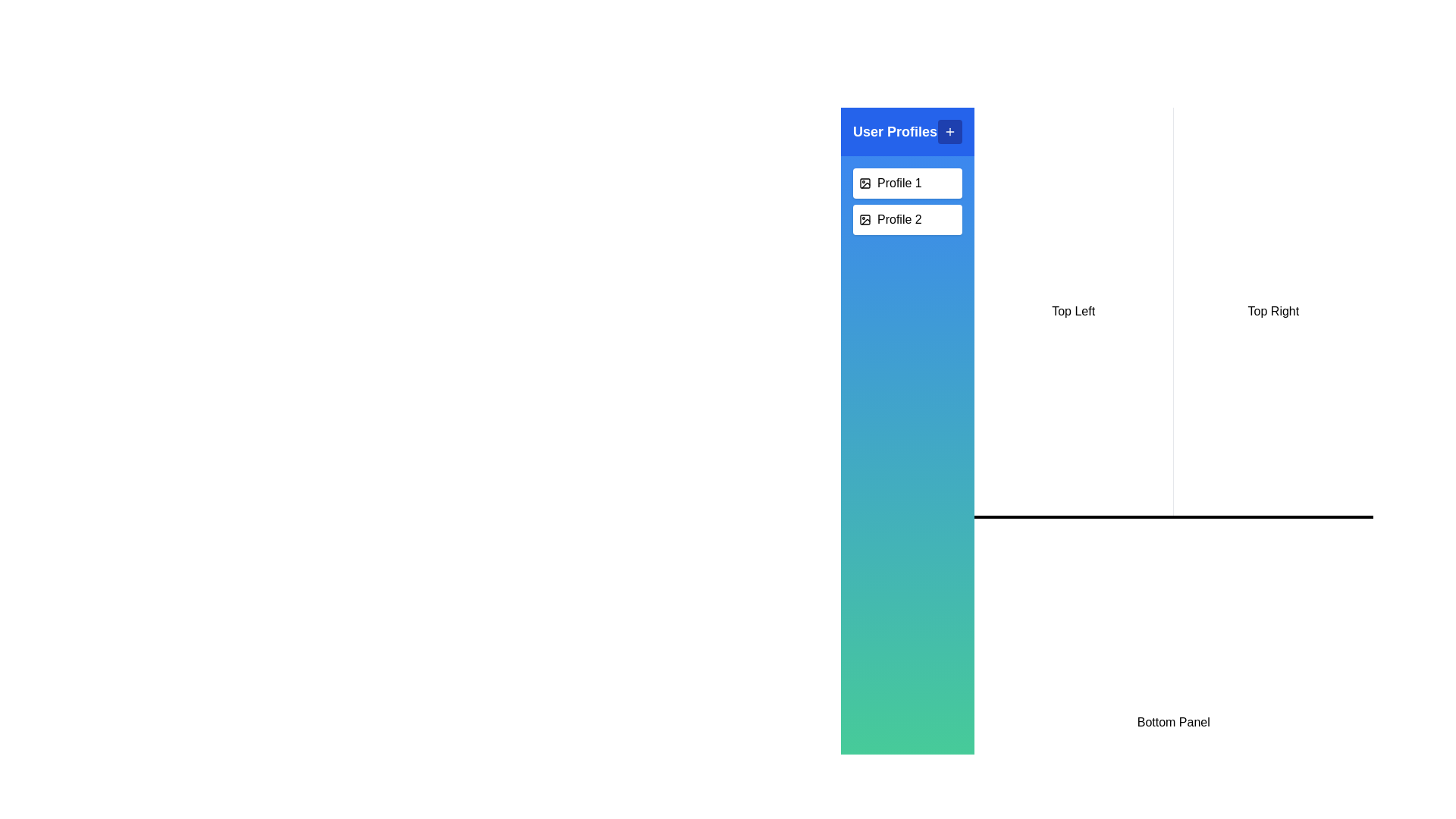  I want to click on small rounded rectangle SVG shape next to the 'Profile 2' text label for debugging purposes, so click(865, 219).